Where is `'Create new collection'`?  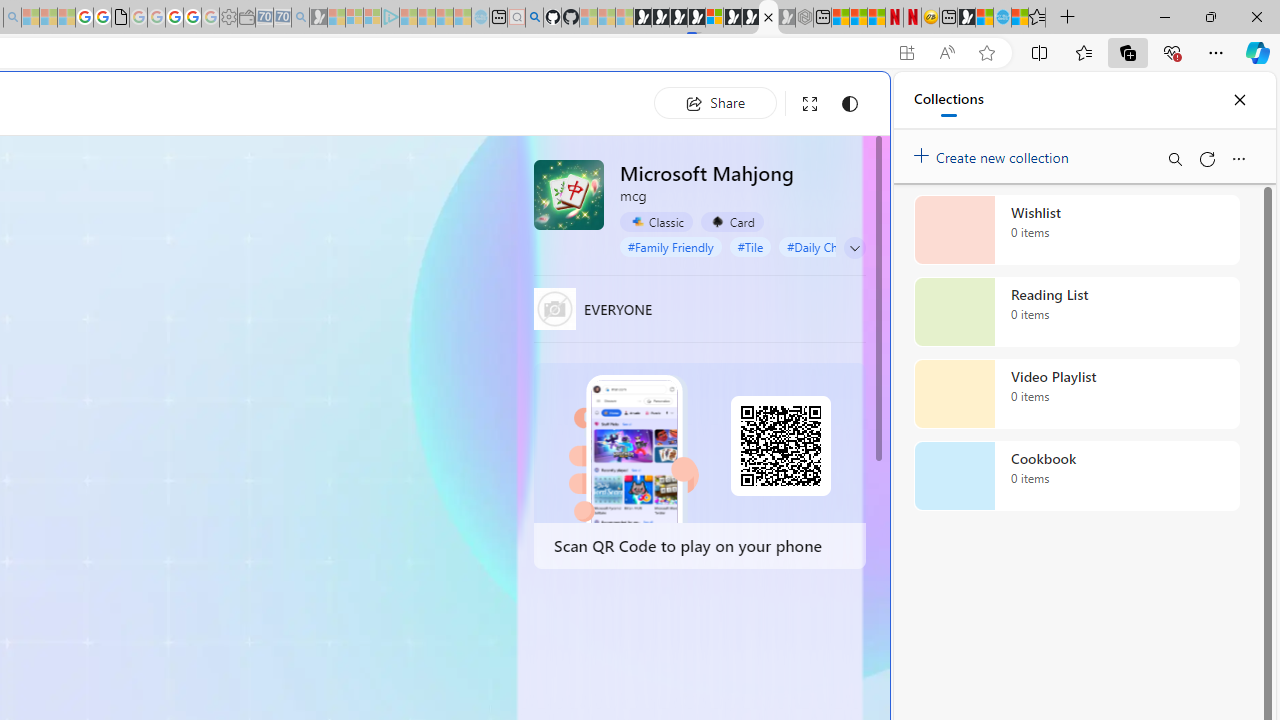
'Create new collection' is located at coordinates (995, 152).